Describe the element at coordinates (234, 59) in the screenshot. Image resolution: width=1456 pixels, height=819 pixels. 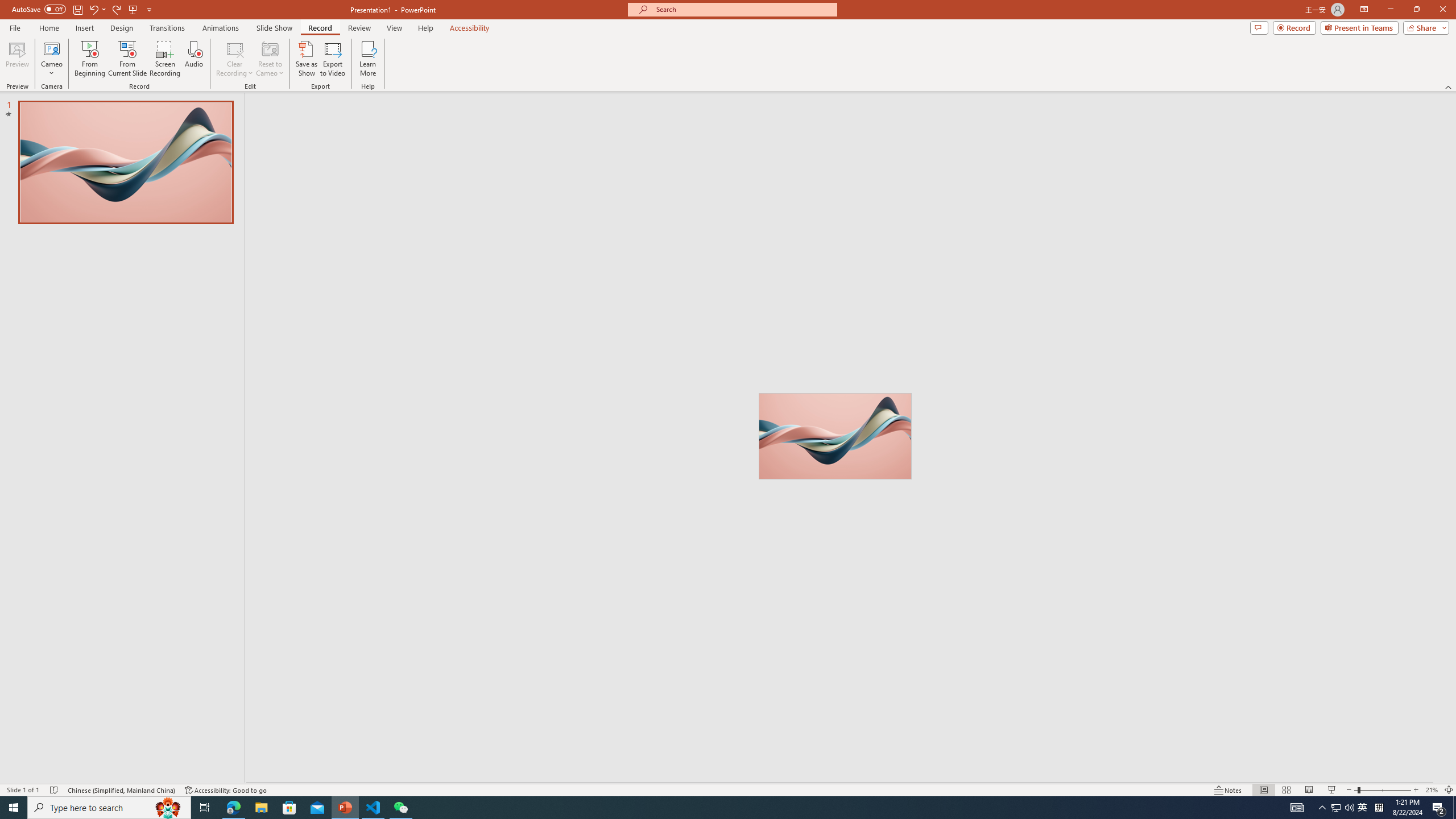
I see `'Clear Recording'` at that location.